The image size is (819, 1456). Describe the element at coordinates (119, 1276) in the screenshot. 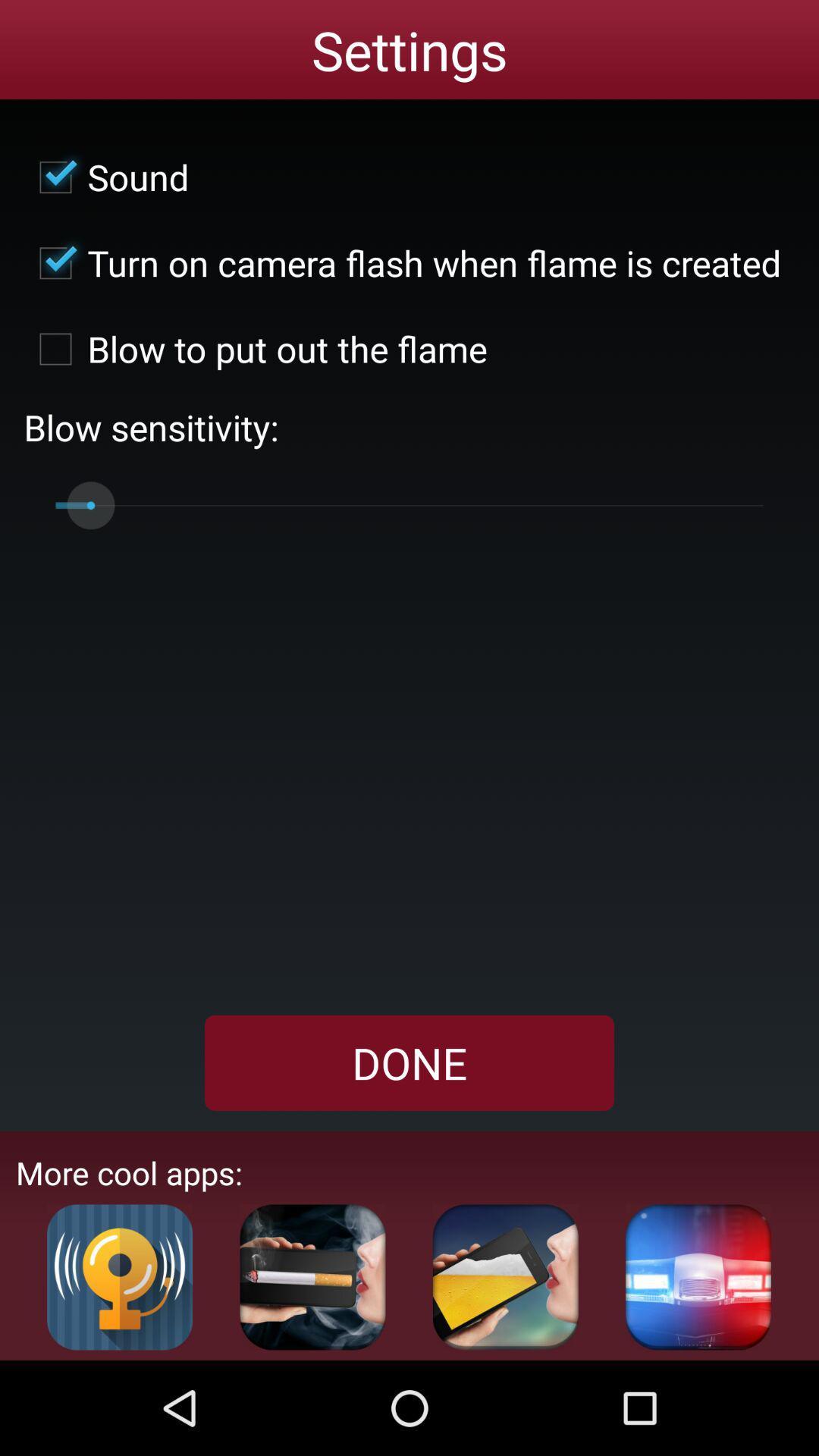

I see `the first image in the more cool apps` at that location.